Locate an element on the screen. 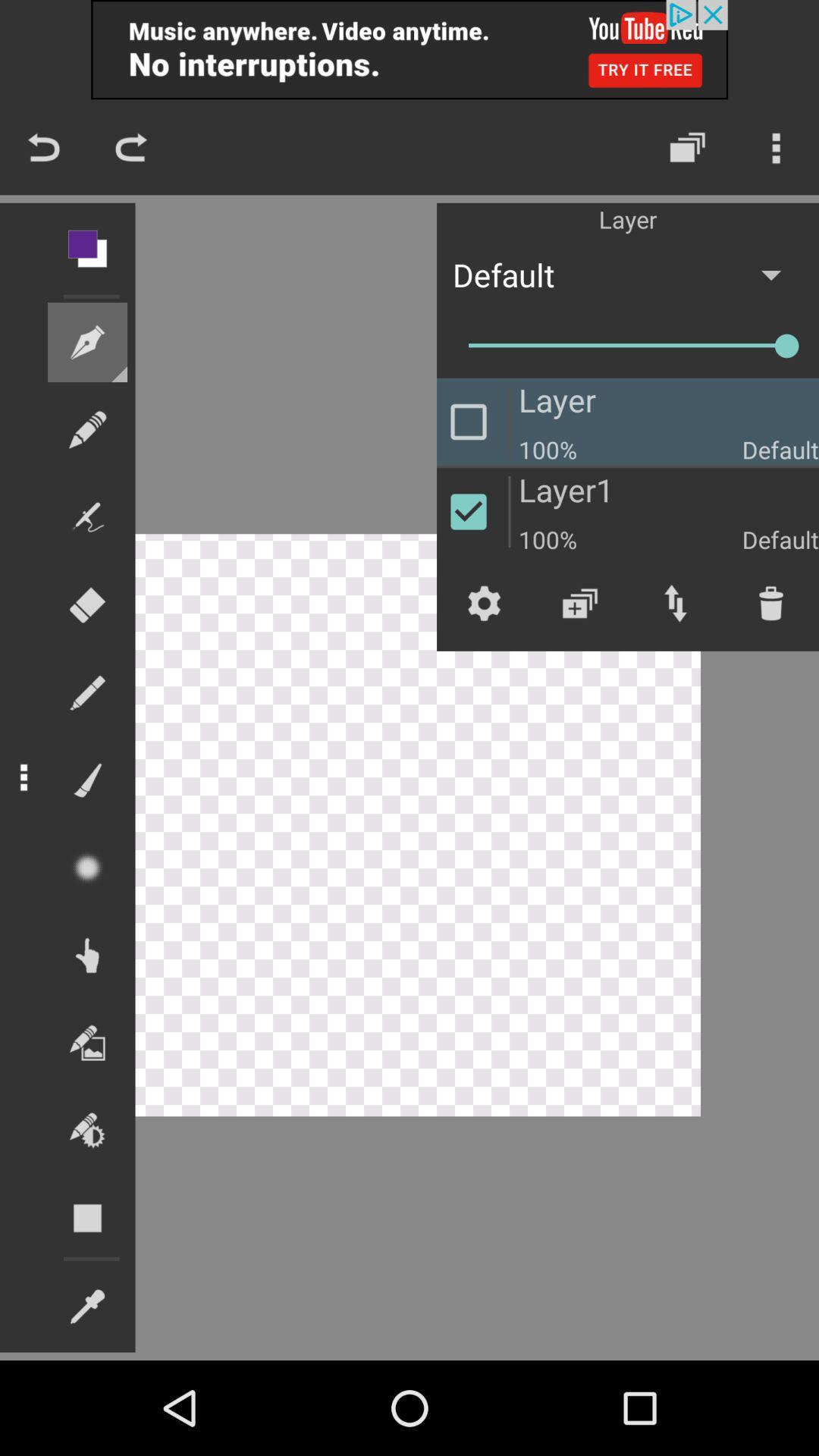 The width and height of the screenshot is (819, 1456). the delete icon is located at coordinates (771, 602).